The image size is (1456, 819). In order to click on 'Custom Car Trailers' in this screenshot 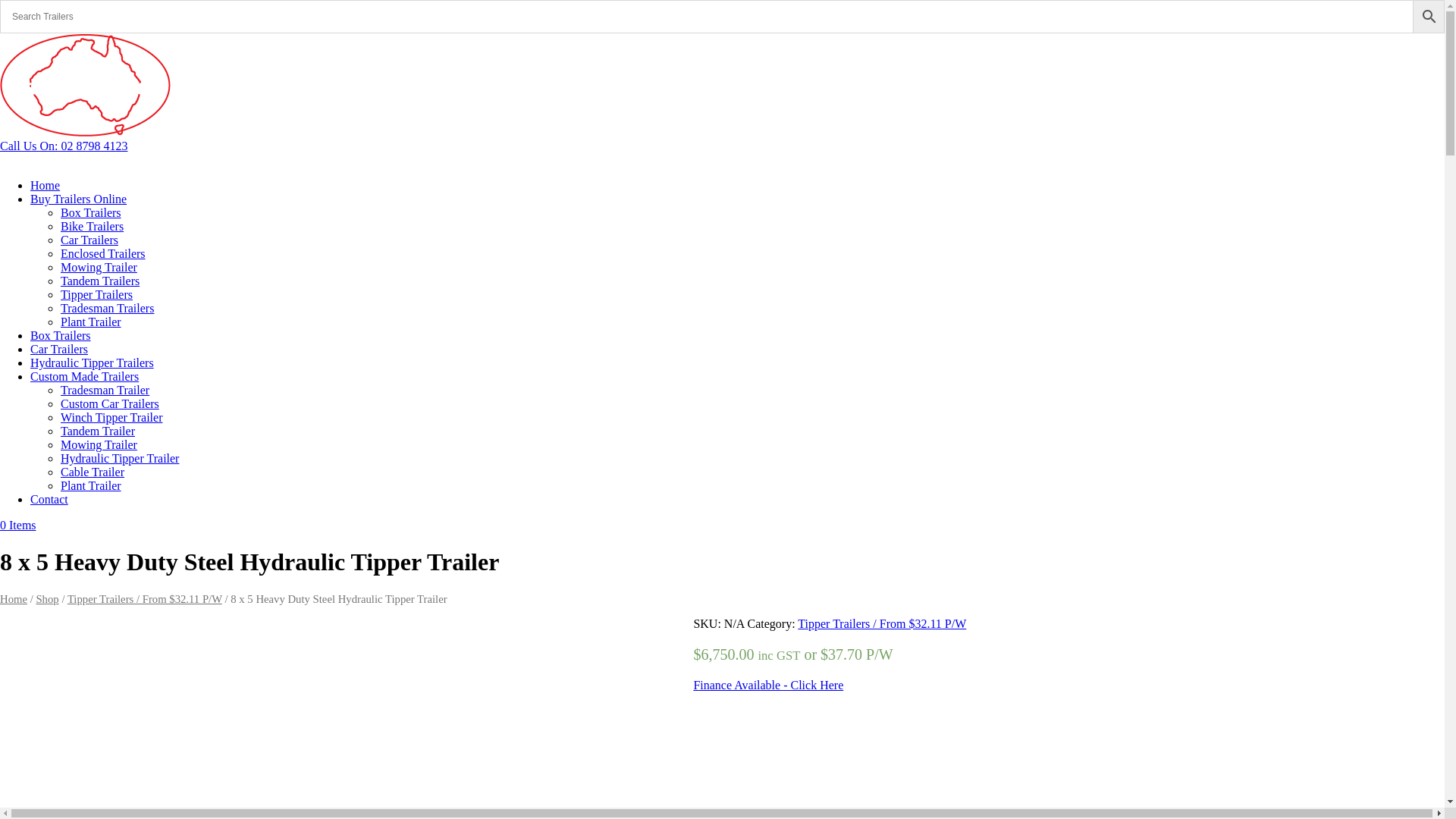, I will do `click(108, 403)`.